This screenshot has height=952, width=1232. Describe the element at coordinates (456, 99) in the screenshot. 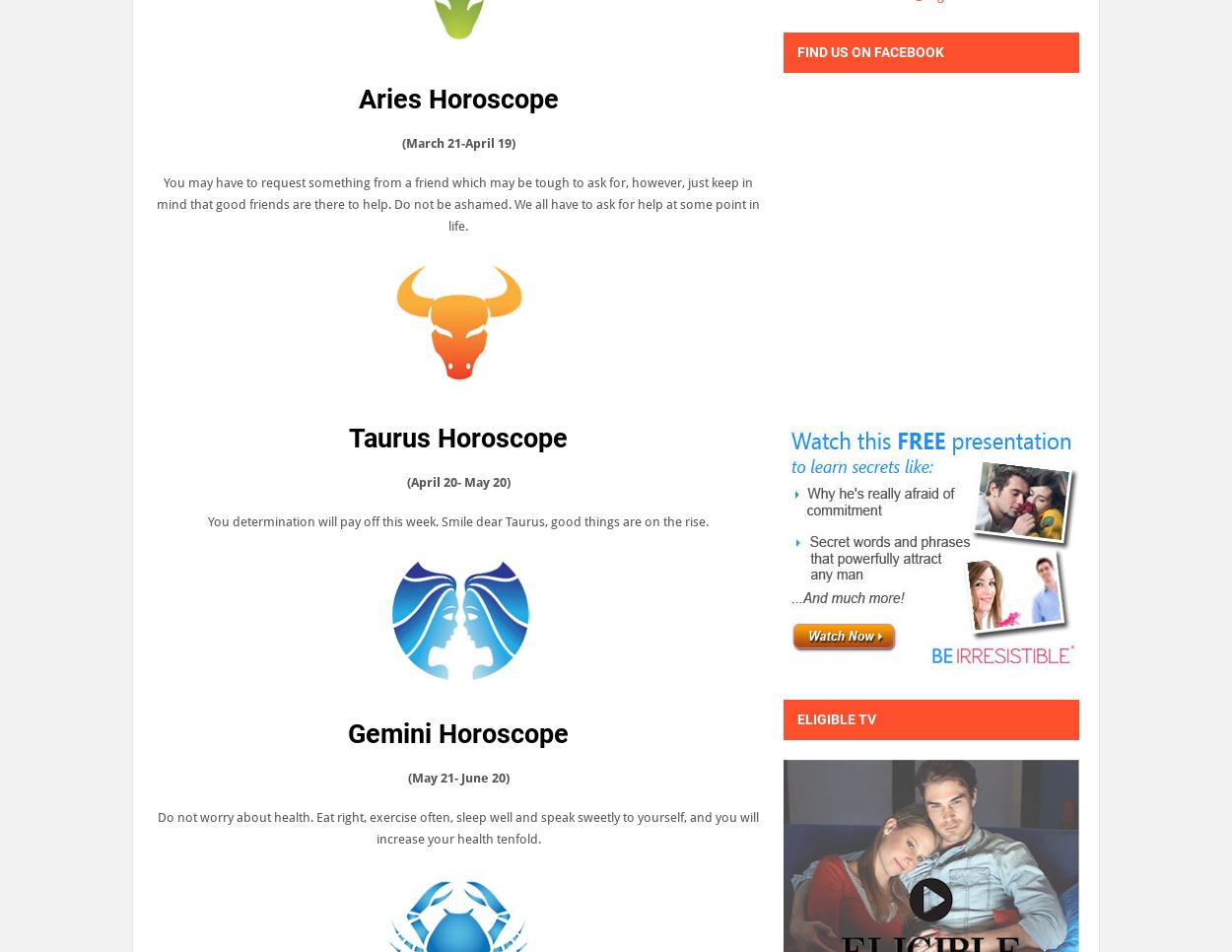

I see `'Aries Horoscope'` at that location.